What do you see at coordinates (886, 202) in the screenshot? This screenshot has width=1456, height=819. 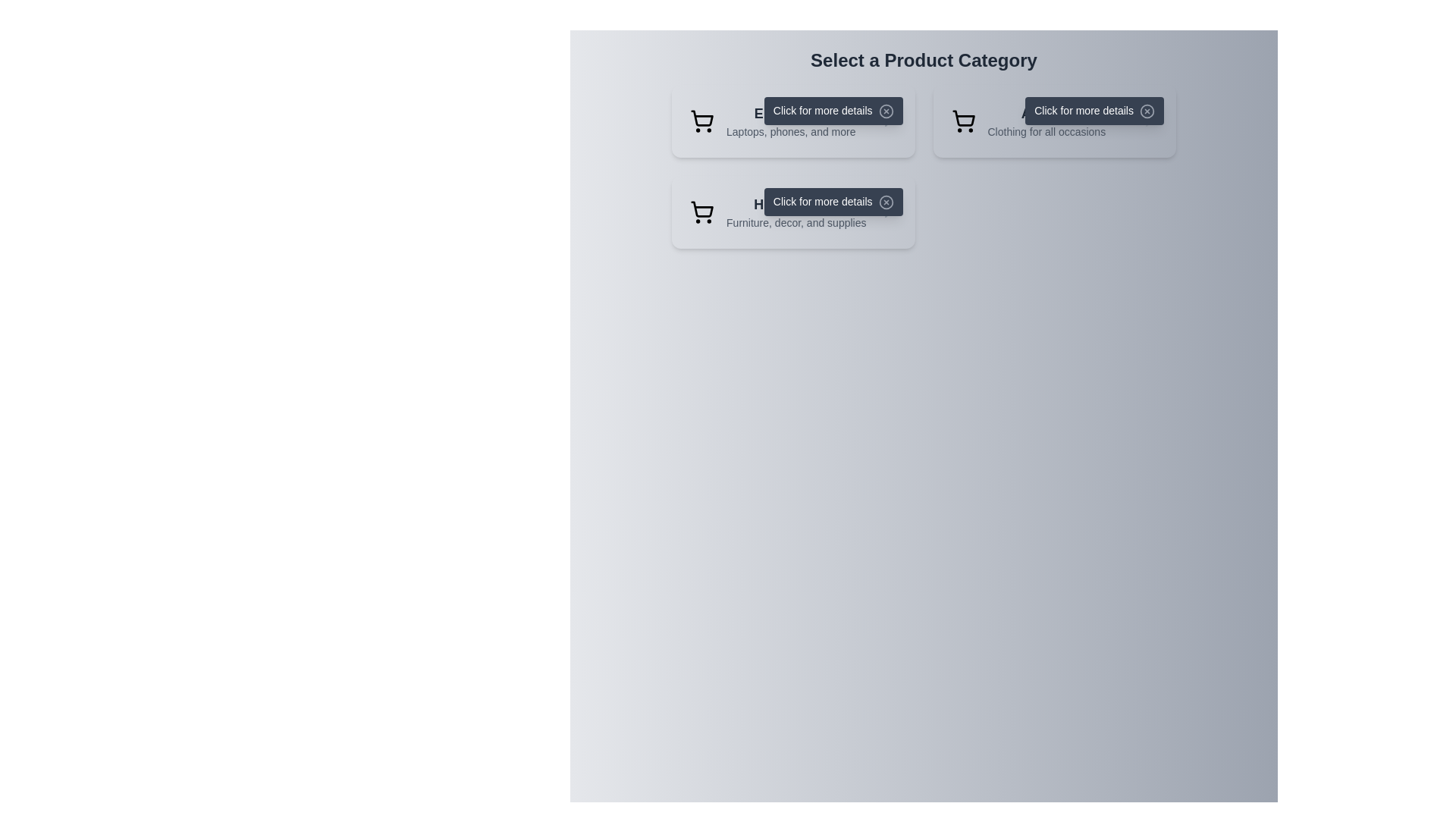 I see `the circular icon with an 'x' mark inside, located in the top-right section of the tooltip titled 'Click for more details.'` at bounding box center [886, 202].